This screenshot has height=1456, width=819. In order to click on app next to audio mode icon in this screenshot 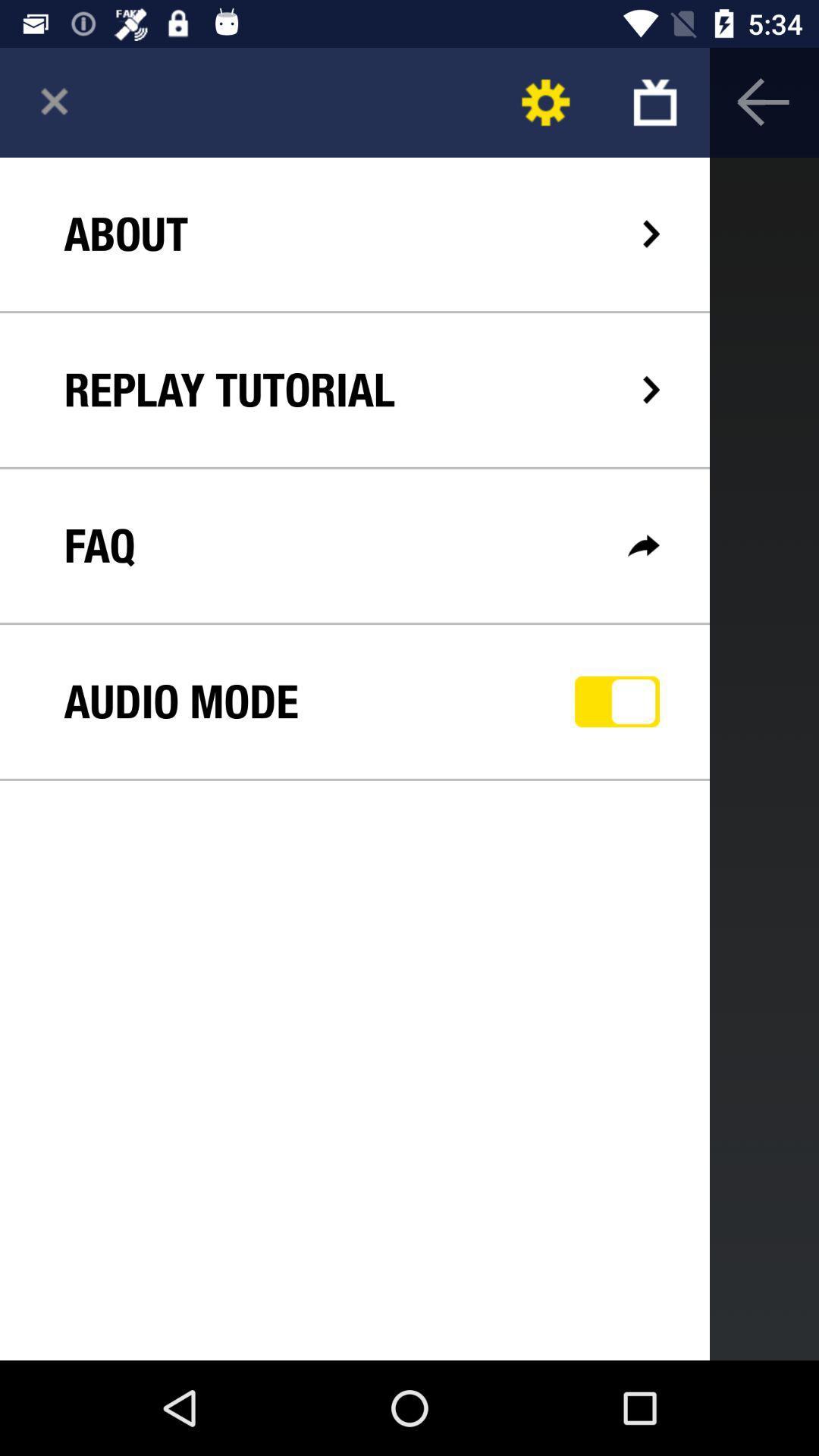, I will do `click(617, 701)`.